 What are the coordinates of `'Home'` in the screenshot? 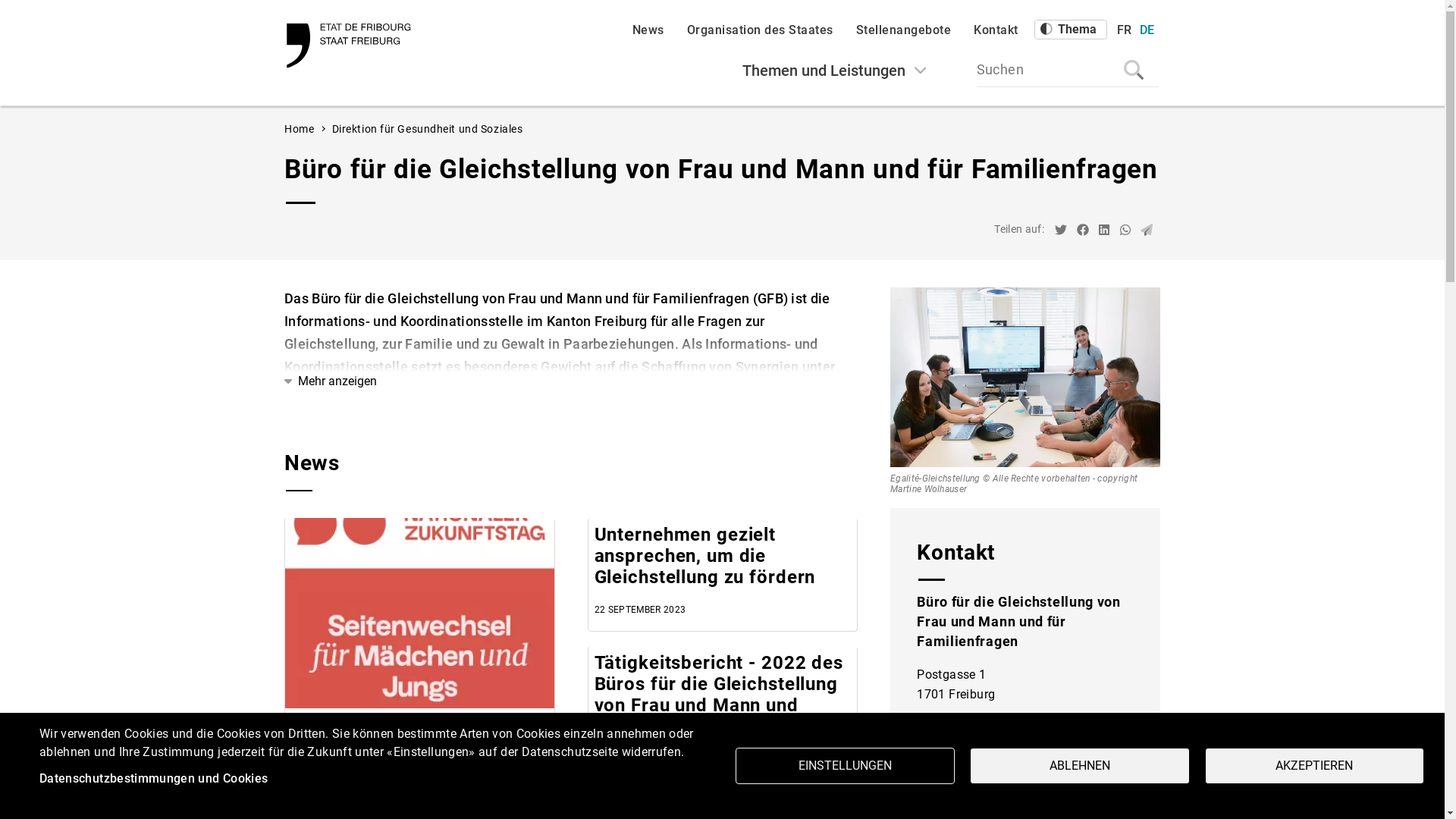 It's located at (299, 127).